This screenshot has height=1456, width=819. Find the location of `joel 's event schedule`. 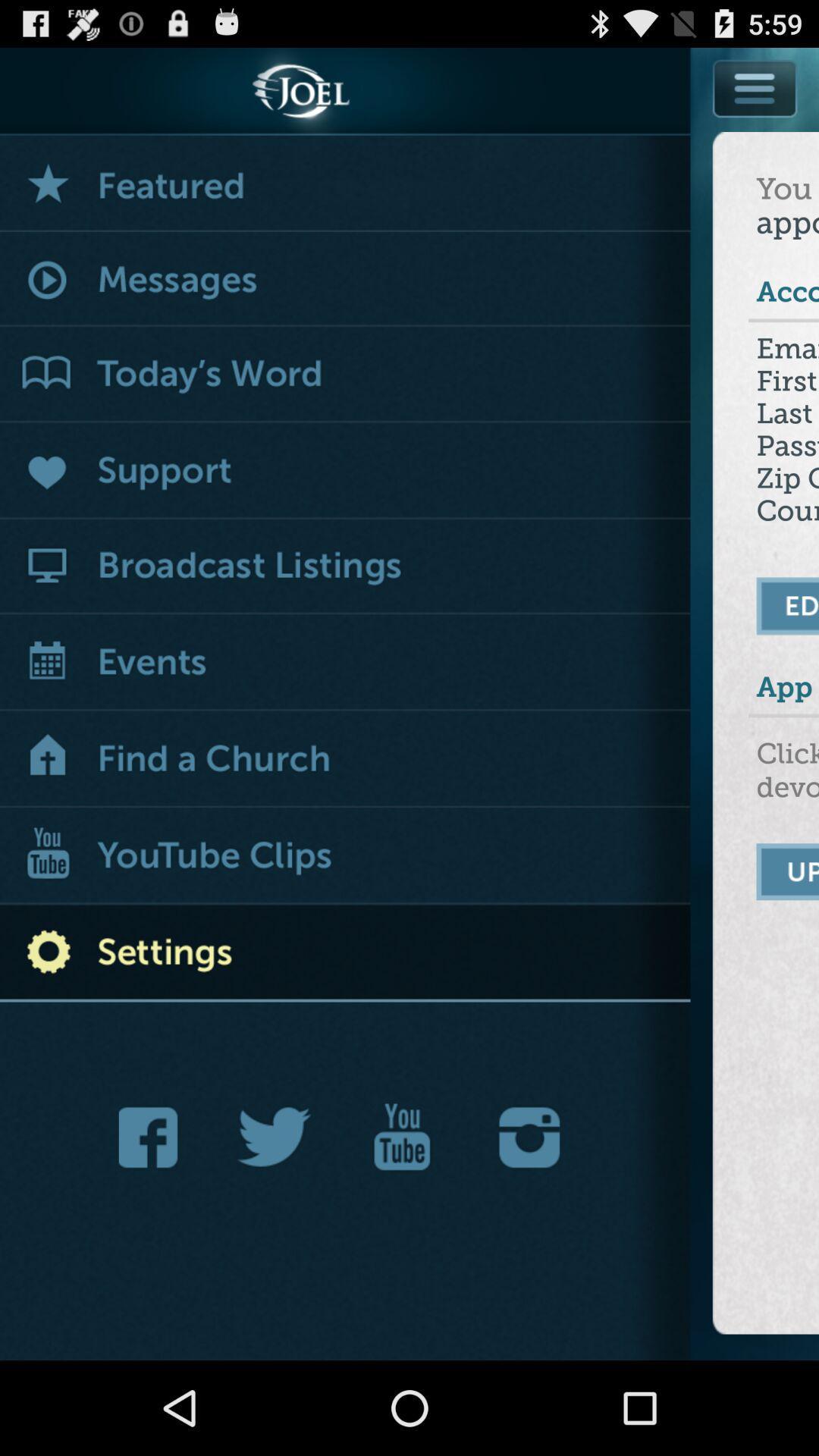

joel 's event schedule is located at coordinates (345, 664).